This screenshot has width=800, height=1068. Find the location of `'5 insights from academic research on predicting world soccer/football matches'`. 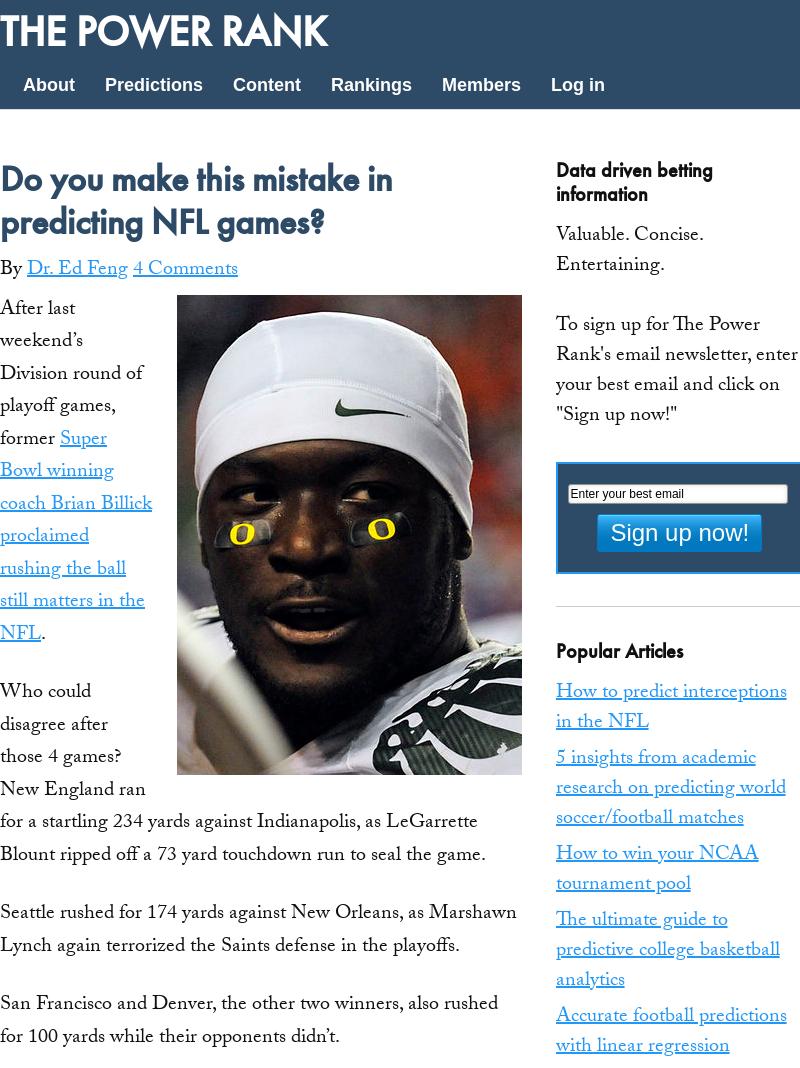

'5 insights from academic research on predicting world soccer/football matches' is located at coordinates (554, 789).